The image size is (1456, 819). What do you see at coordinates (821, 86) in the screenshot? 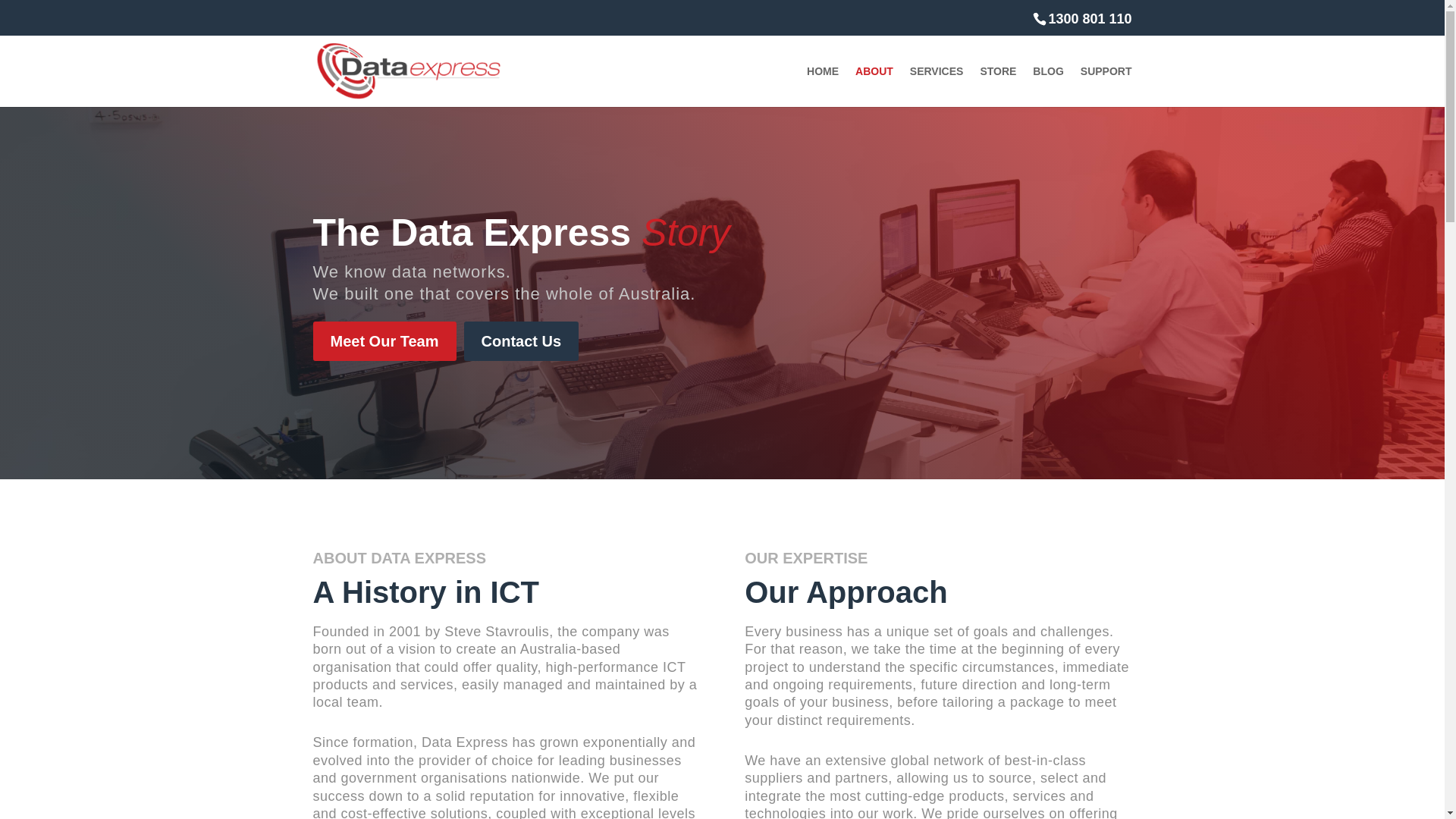
I see `'HOME'` at bounding box center [821, 86].